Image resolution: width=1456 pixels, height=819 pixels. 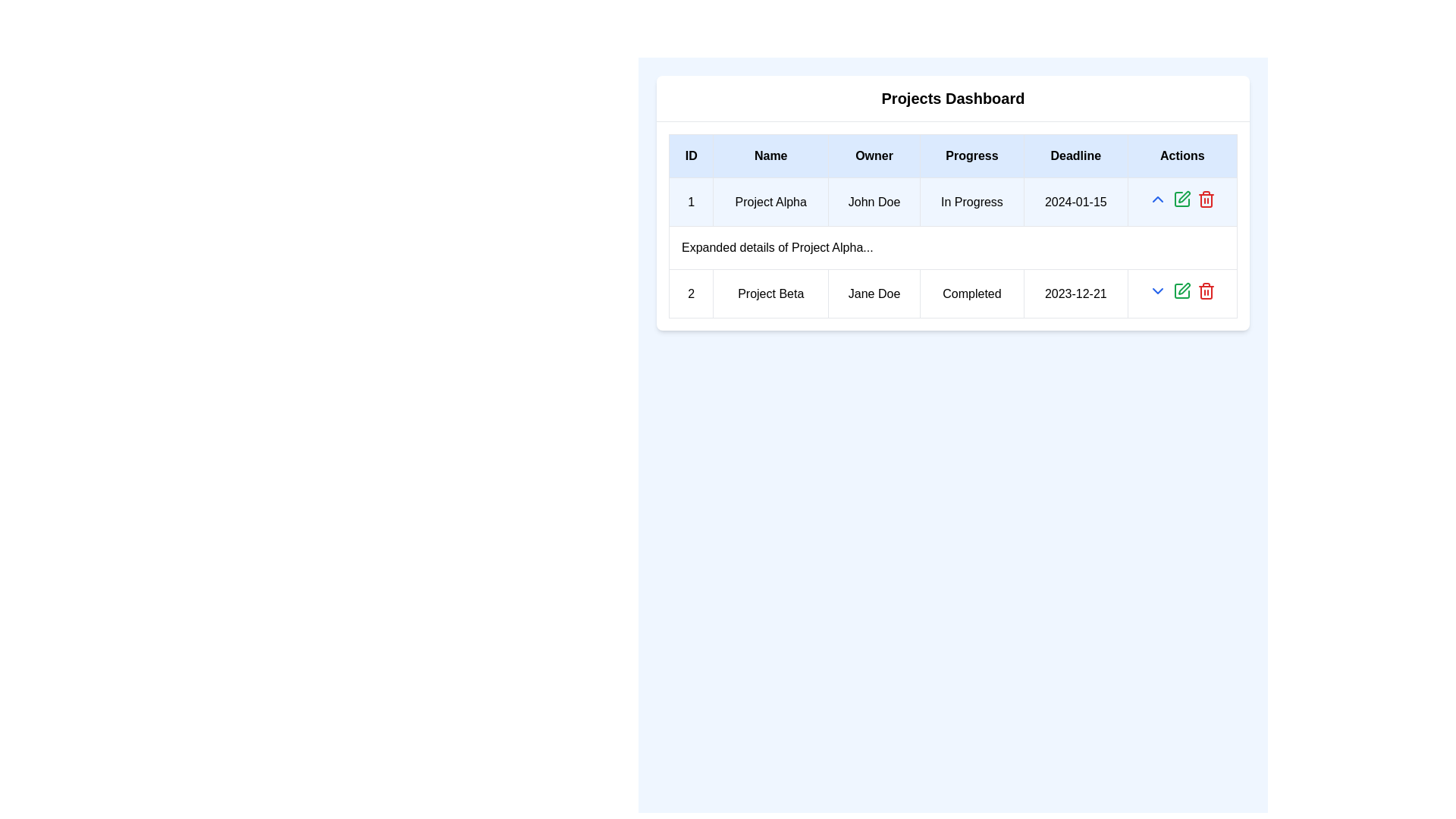 What do you see at coordinates (952, 225) in the screenshot?
I see `the interactive cells of the project information table located centrally below the 'Projects Dashboard' title` at bounding box center [952, 225].